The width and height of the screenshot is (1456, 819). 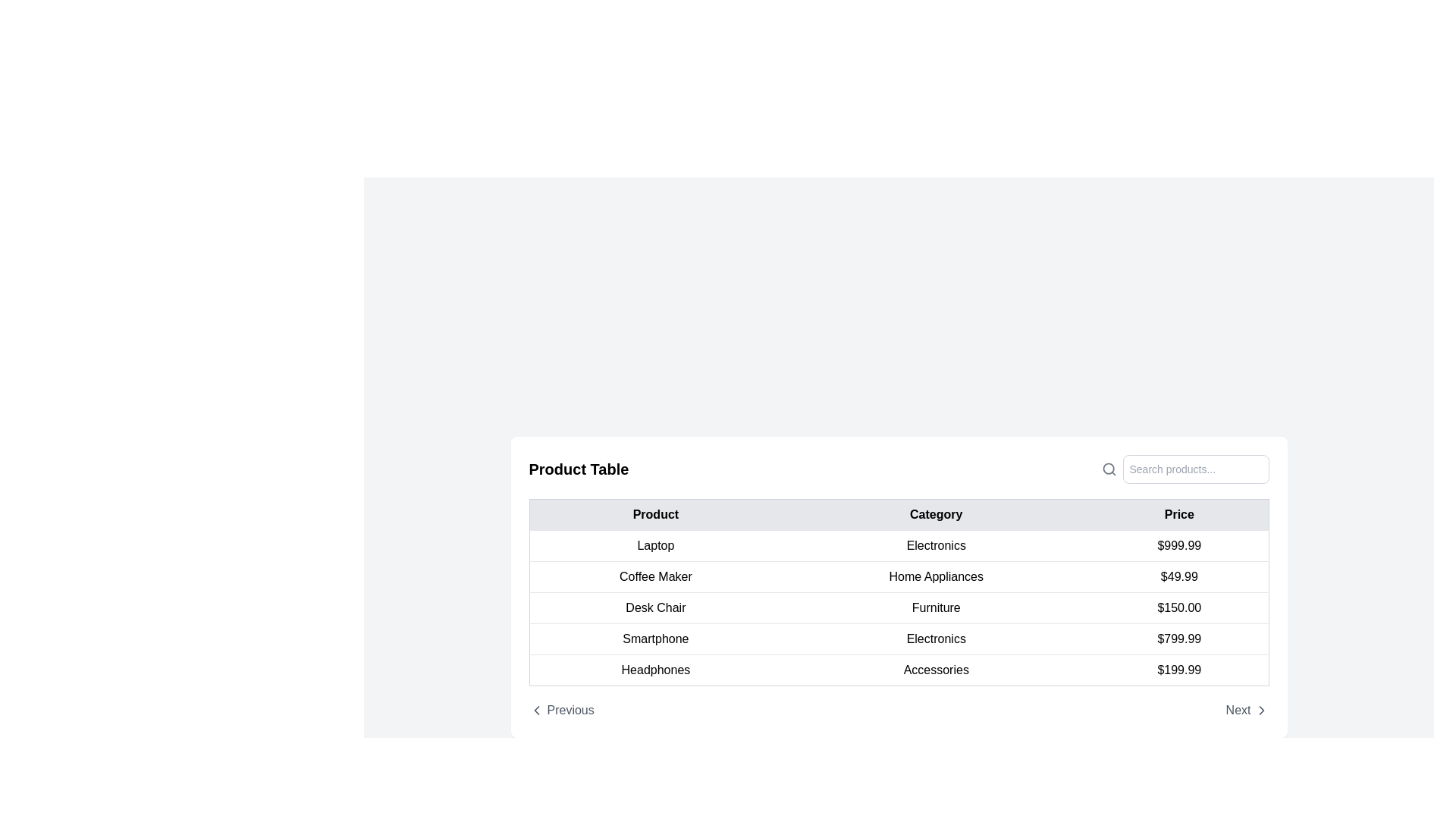 What do you see at coordinates (655, 607) in the screenshot?
I see `the Text label for 'Desk Chair' in the 'Product' column` at bounding box center [655, 607].